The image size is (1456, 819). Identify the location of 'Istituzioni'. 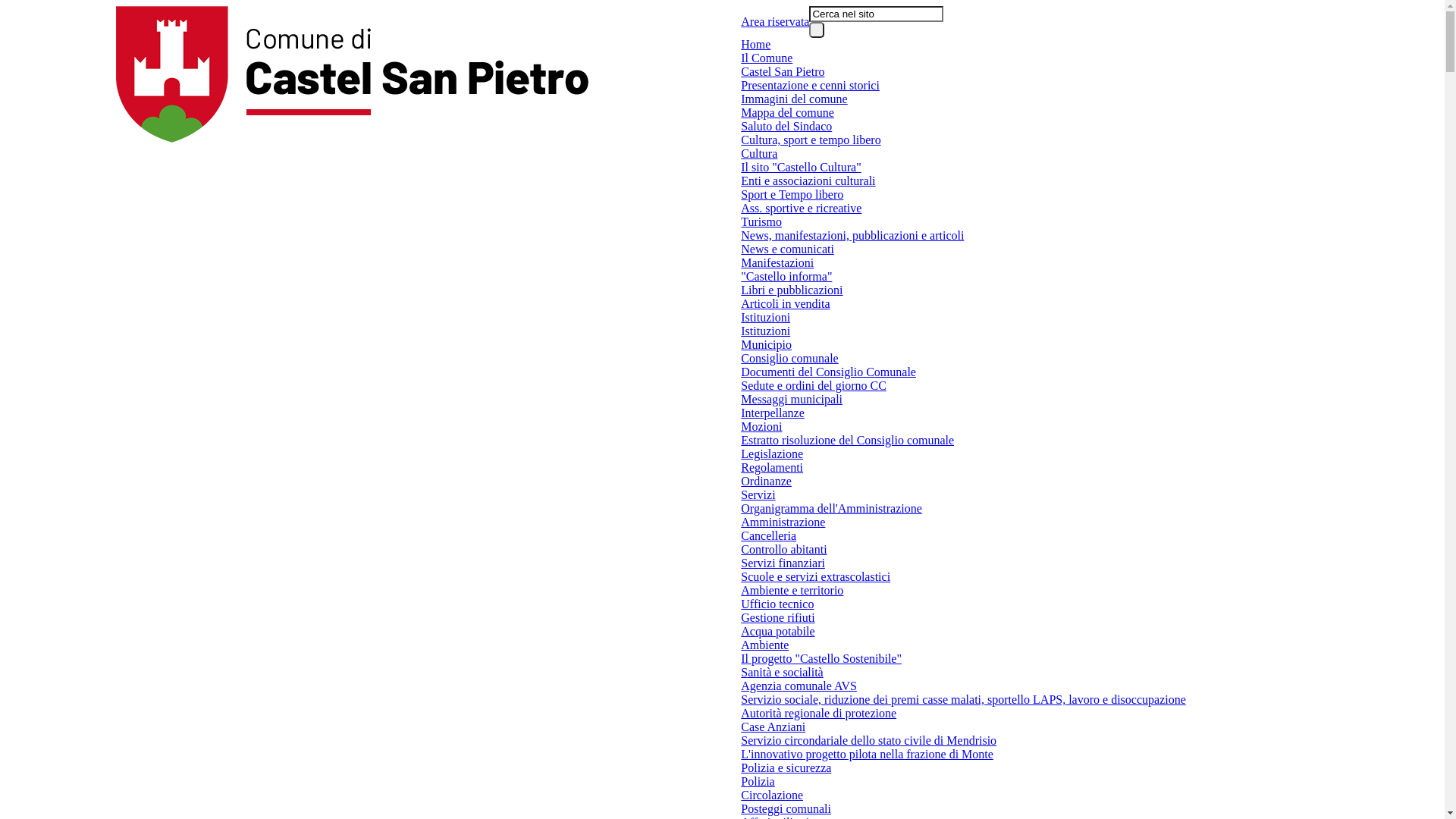
(765, 330).